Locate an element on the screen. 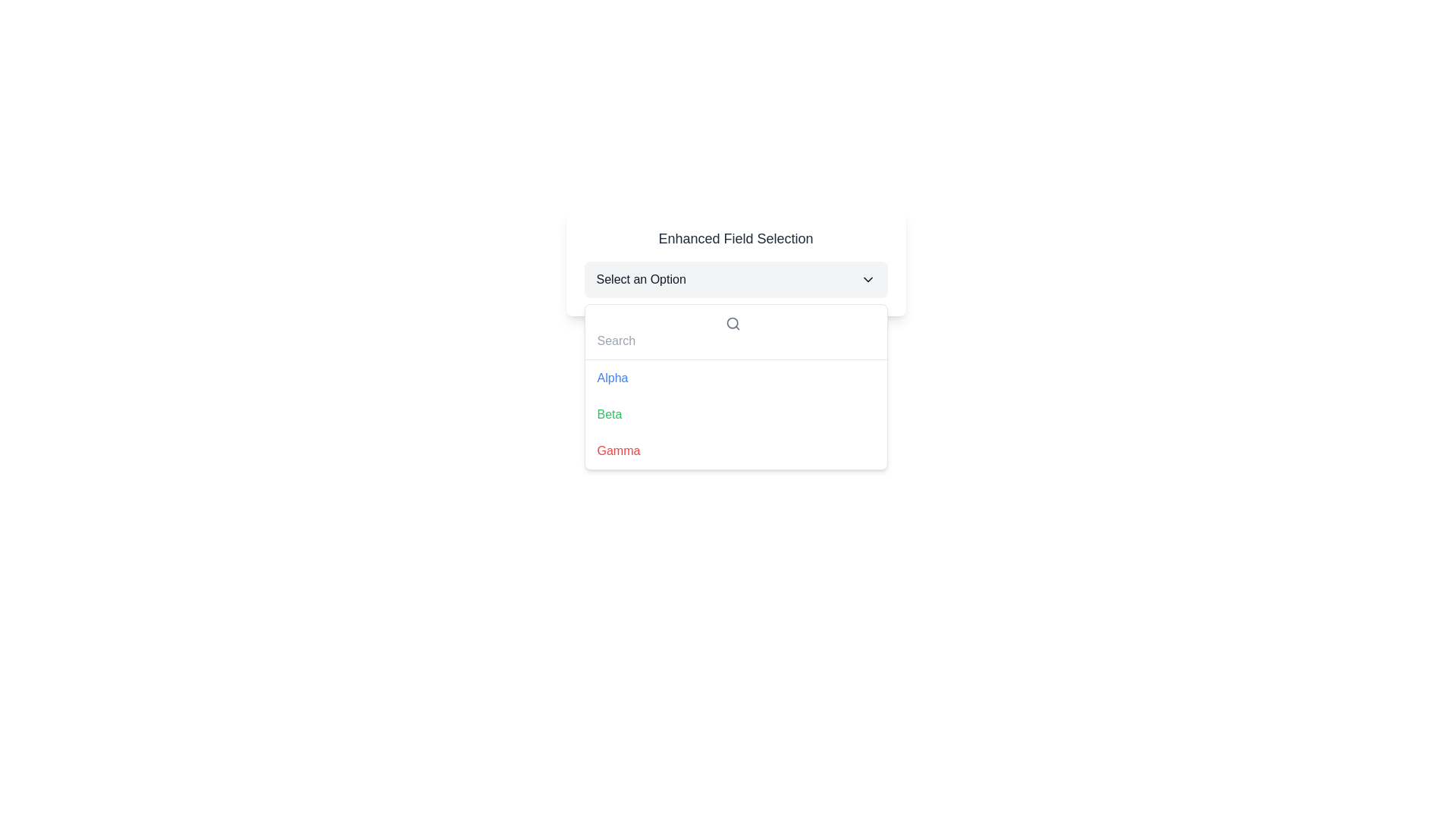 This screenshot has height=819, width=1456. the menu option labeled 'Beta' is located at coordinates (736, 415).